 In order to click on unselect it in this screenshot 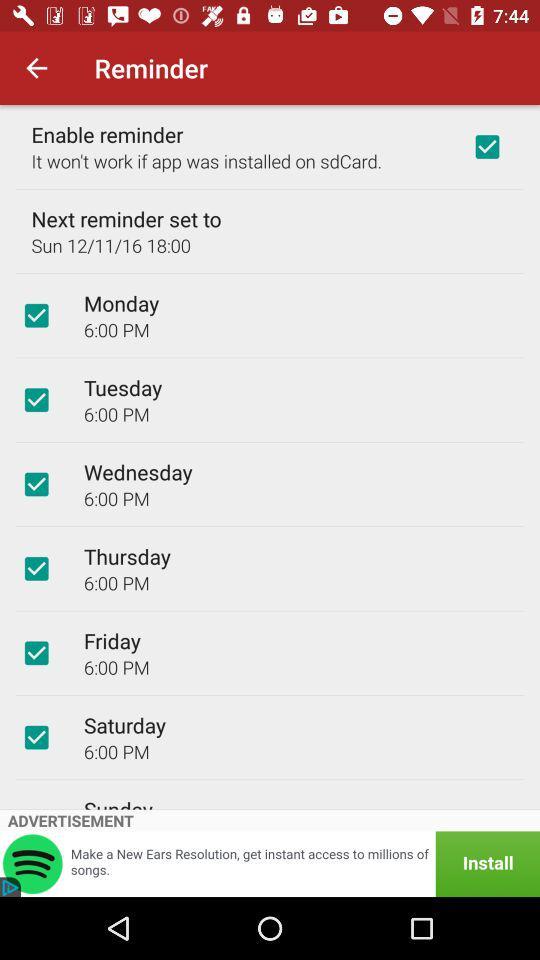, I will do `click(36, 399)`.